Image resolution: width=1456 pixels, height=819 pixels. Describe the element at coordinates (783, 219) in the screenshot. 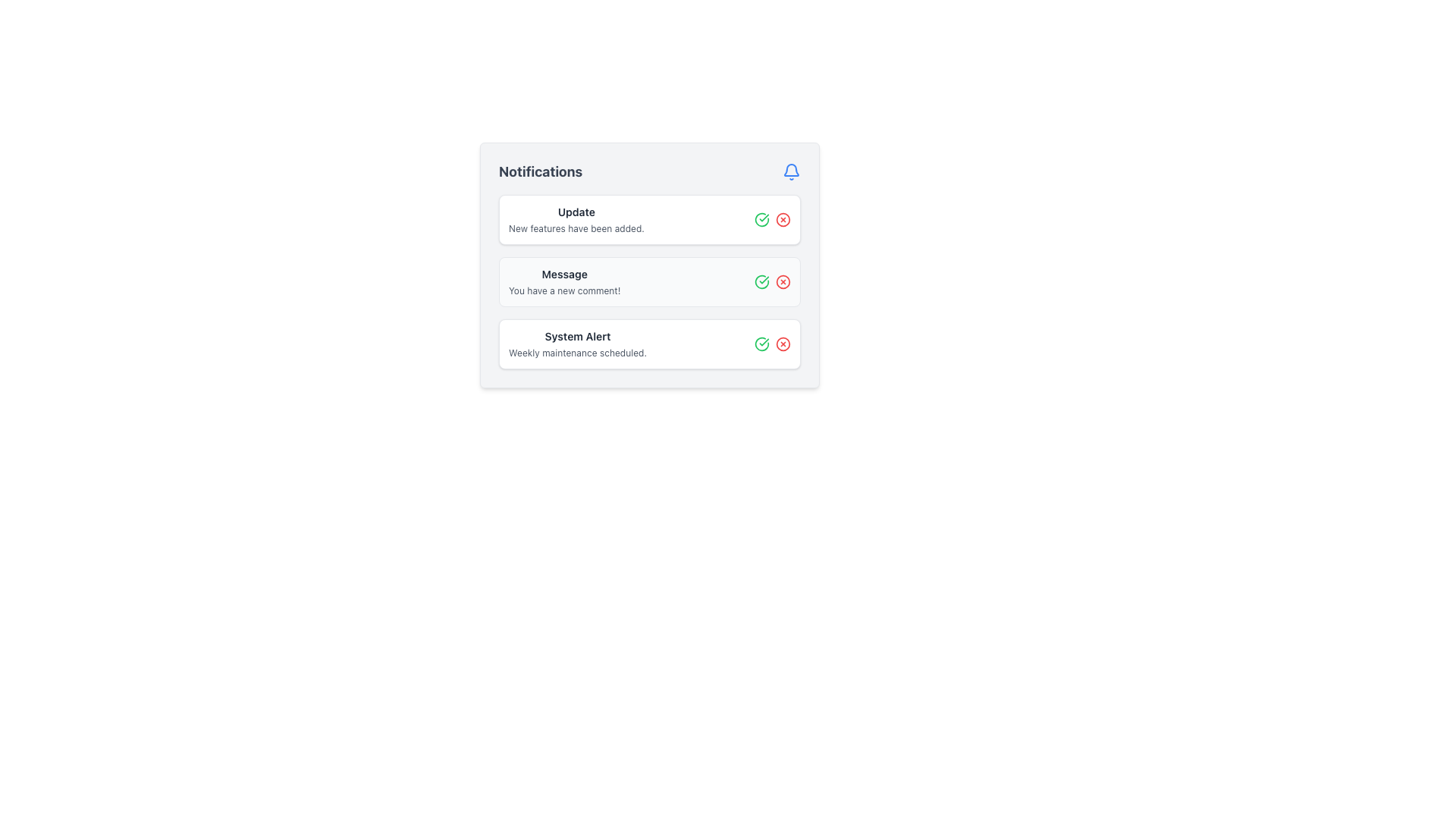

I see `the action indicator icon located on the right side of the 'Update' section within the notification list` at that location.